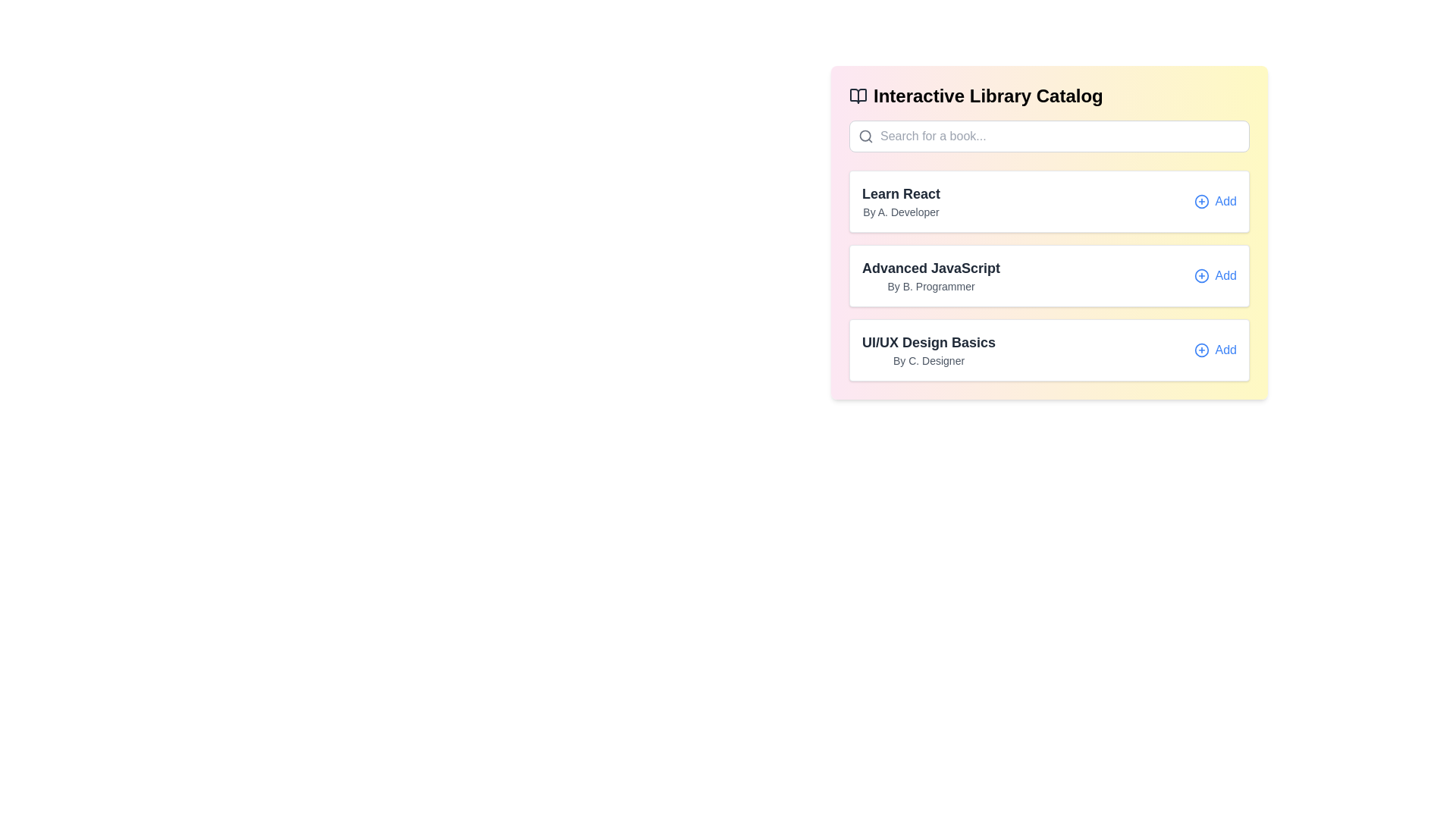 The height and width of the screenshot is (819, 1456). I want to click on the informational text block that provides details about the book 'Learn React' by author 'A. Developer', which is the first item in the library catalog interface, so click(901, 201).